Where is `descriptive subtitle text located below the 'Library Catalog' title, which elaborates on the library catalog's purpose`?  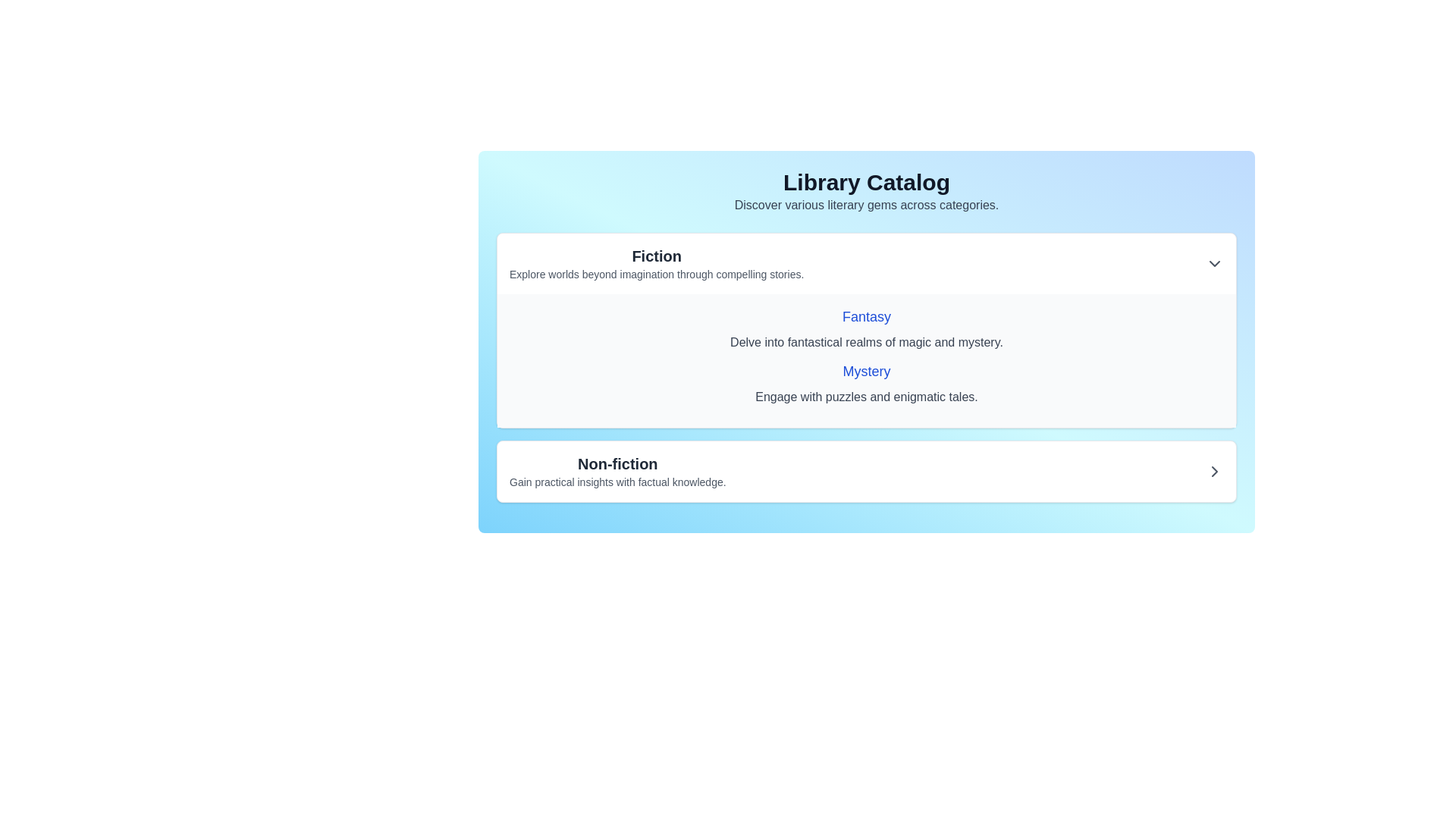
descriptive subtitle text located below the 'Library Catalog' title, which elaborates on the library catalog's purpose is located at coordinates (866, 205).